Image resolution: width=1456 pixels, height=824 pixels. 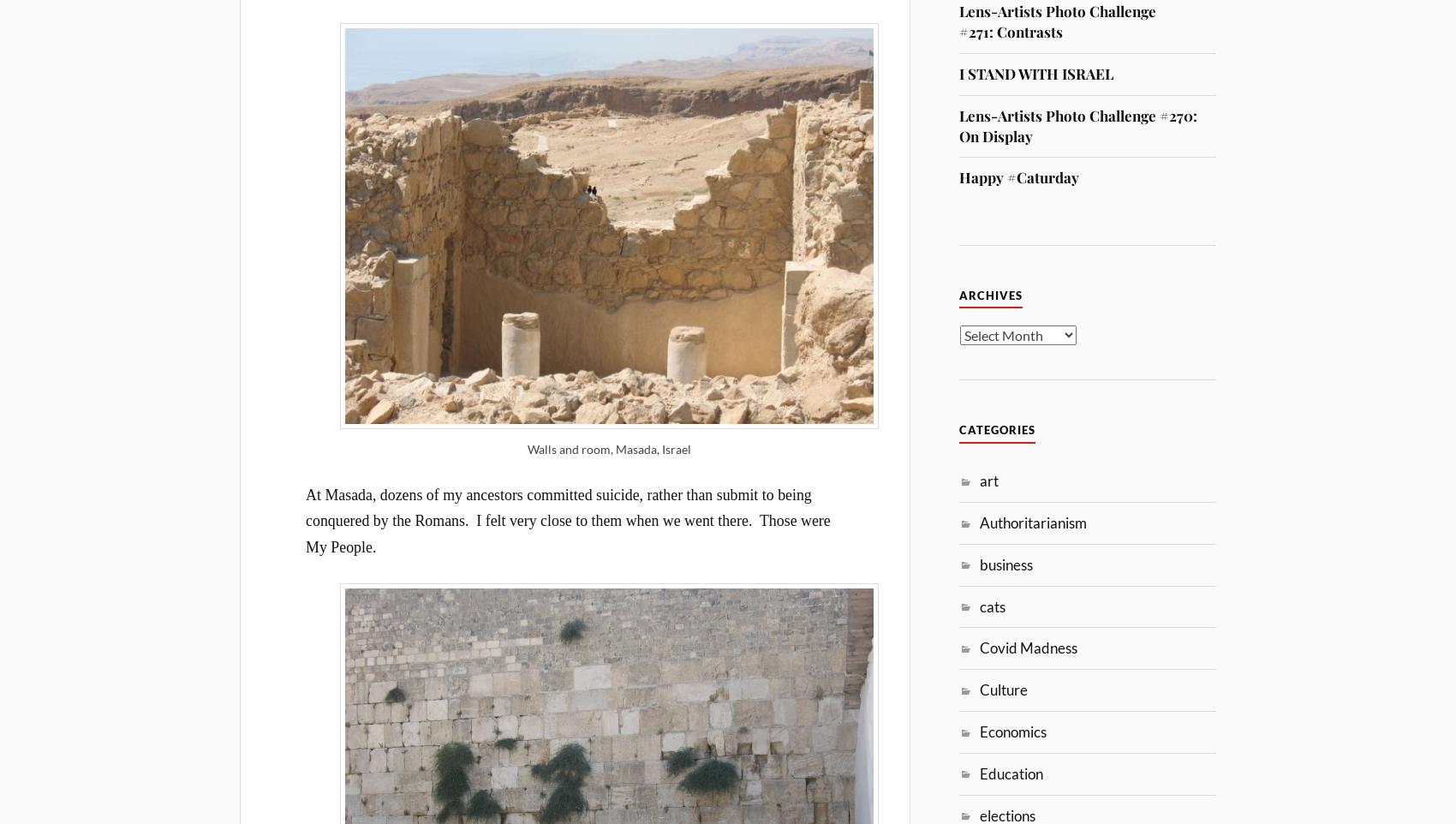 What do you see at coordinates (1002, 689) in the screenshot?
I see `'Culture'` at bounding box center [1002, 689].